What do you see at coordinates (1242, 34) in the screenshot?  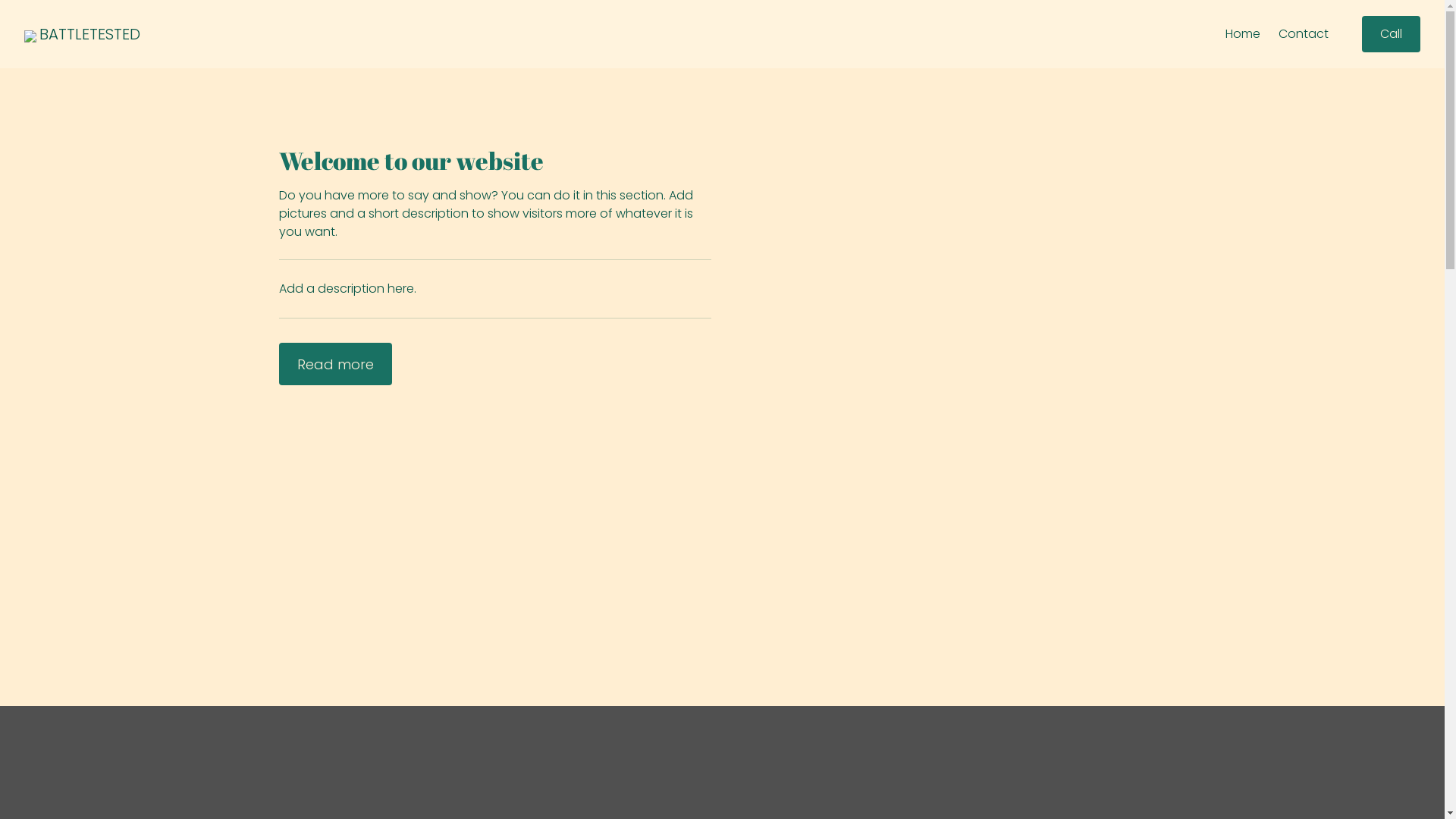 I see `'Home'` at bounding box center [1242, 34].